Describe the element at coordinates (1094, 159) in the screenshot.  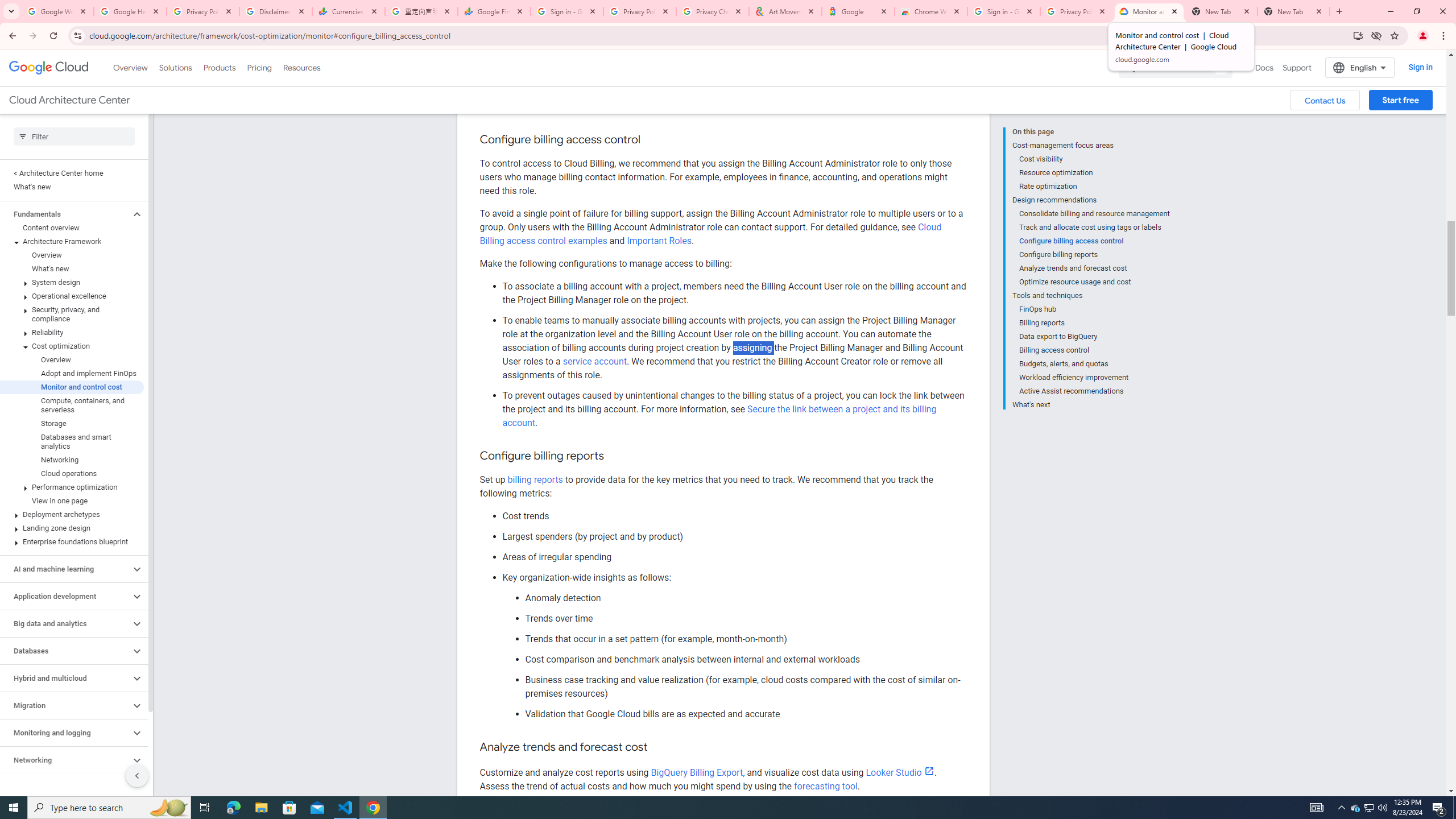
I see `'Cost visibility'` at that location.